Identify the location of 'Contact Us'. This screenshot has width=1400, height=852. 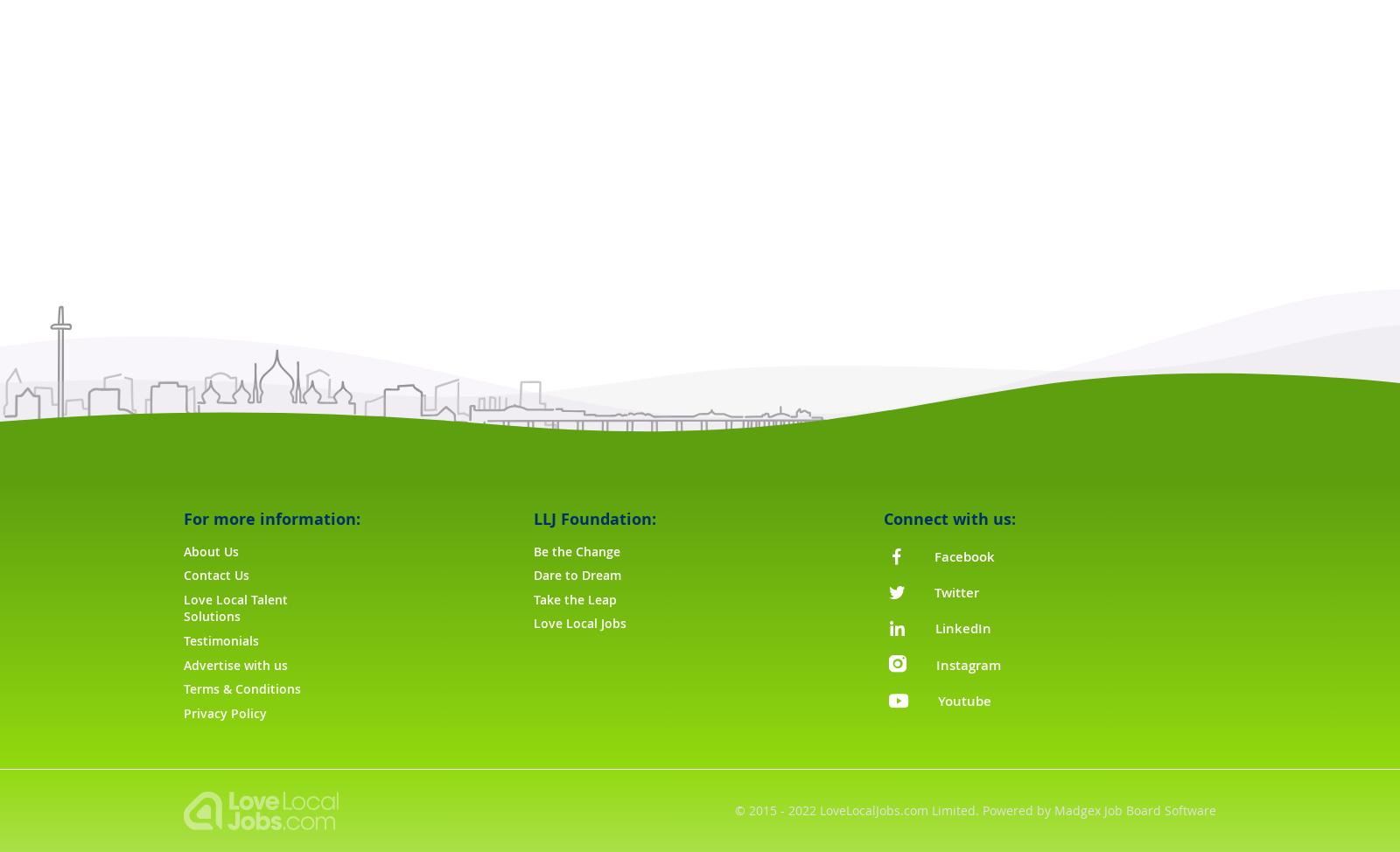
(216, 575).